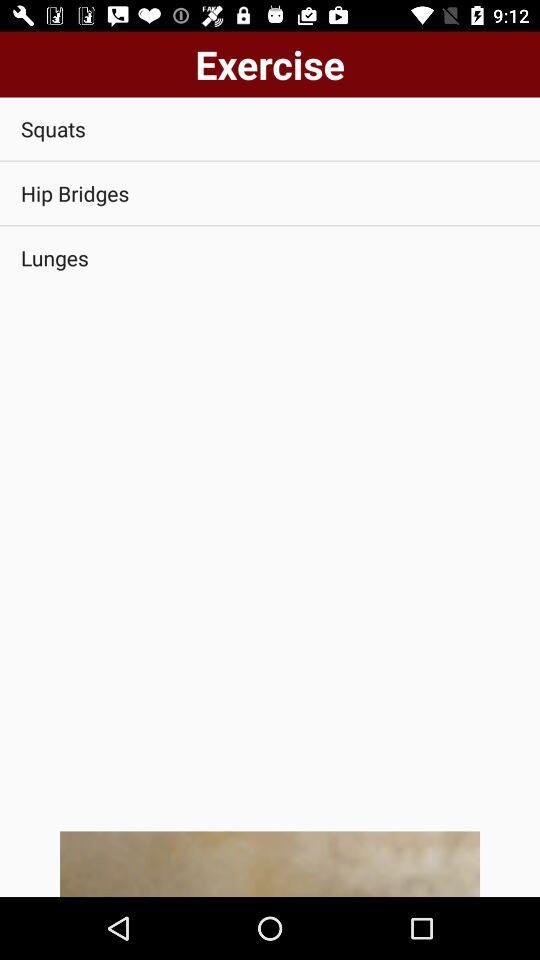 The width and height of the screenshot is (540, 960). I want to click on the hip bridges app, so click(270, 193).